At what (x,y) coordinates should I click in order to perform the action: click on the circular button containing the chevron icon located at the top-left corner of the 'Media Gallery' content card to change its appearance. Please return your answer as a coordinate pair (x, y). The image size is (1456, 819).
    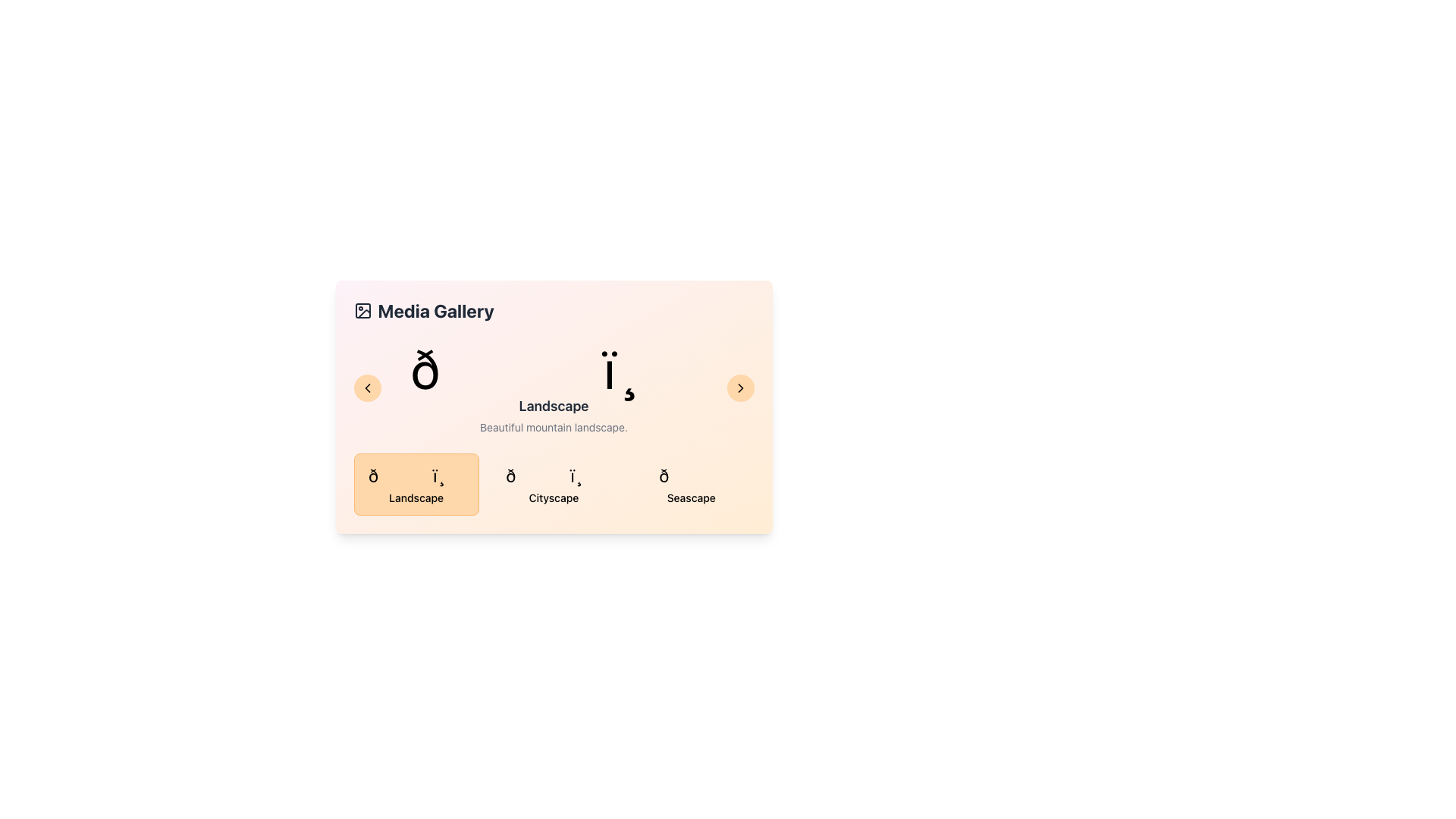
    Looking at the image, I should click on (367, 388).